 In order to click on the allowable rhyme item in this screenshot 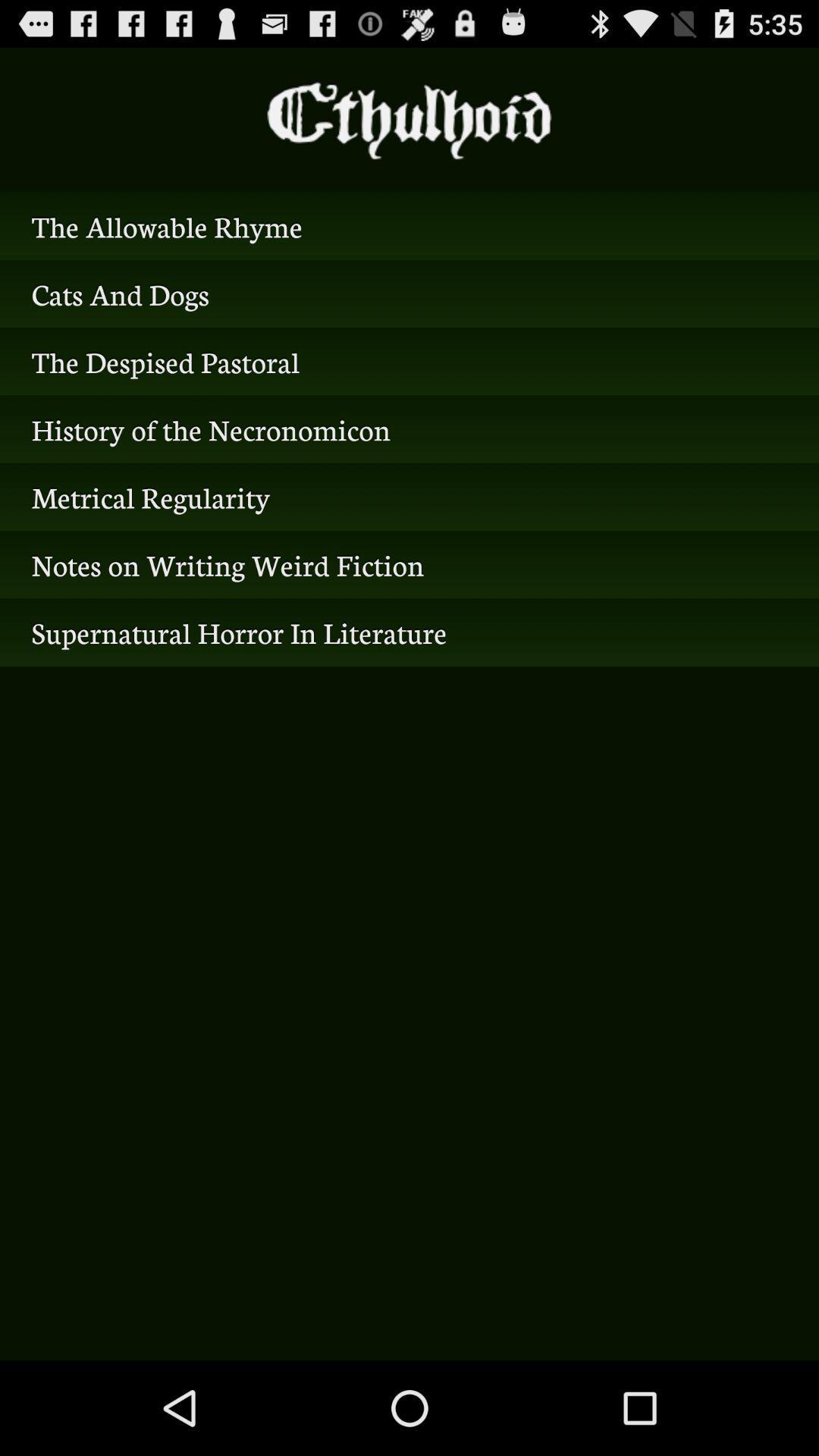, I will do `click(409, 225)`.